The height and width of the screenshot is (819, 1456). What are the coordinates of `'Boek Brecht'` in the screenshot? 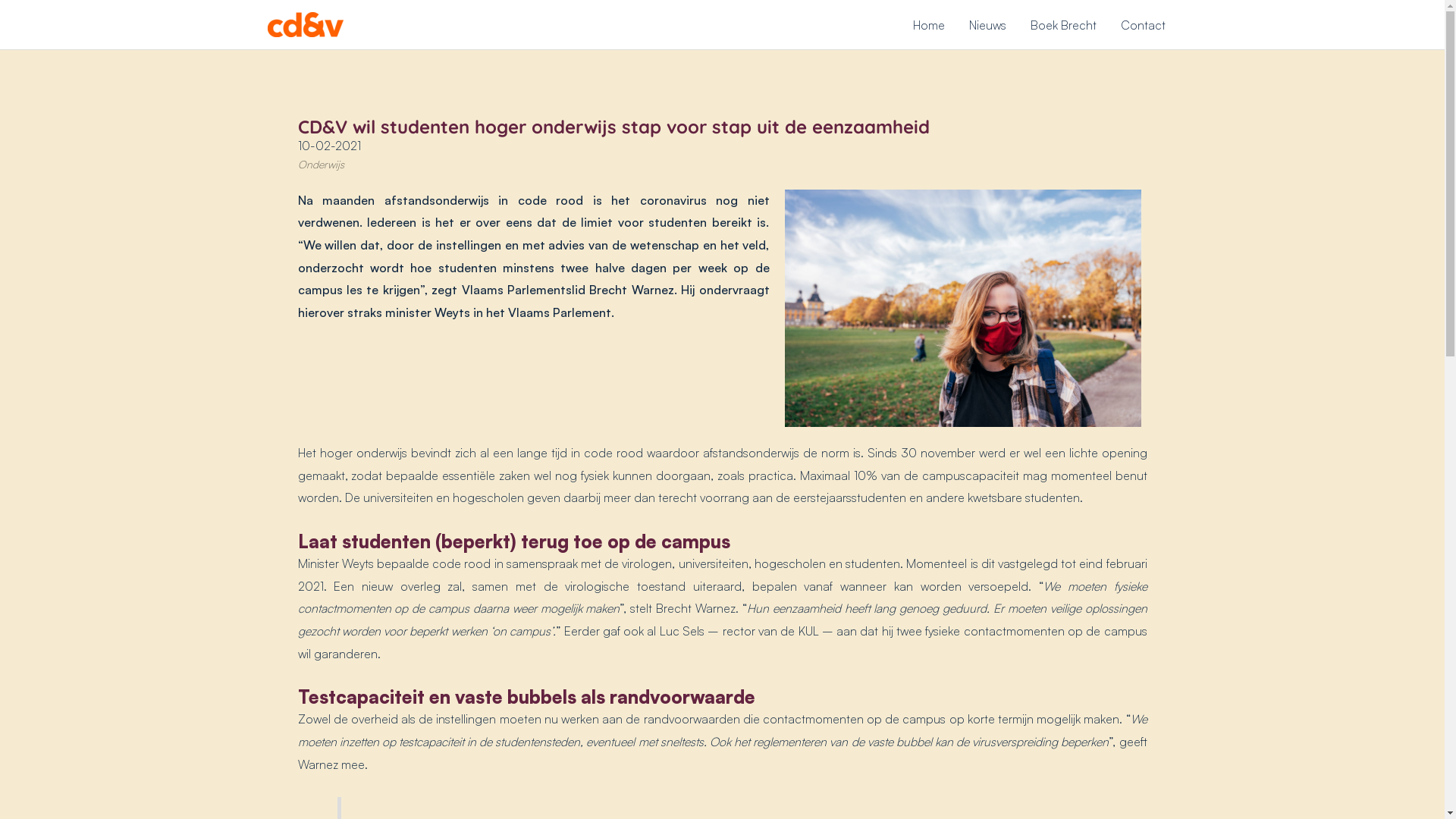 It's located at (1062, 24).